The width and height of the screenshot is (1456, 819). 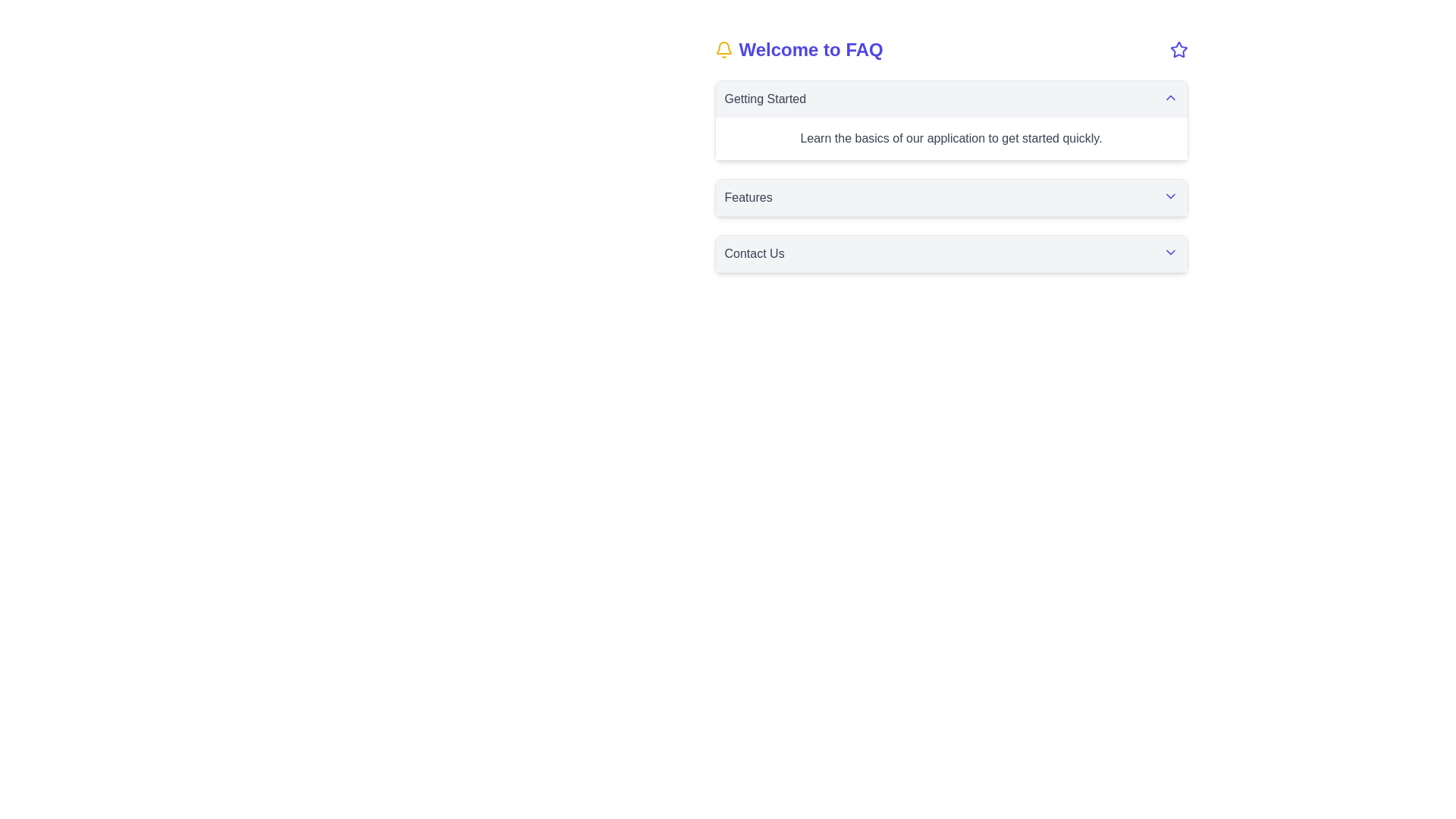 What do you see at coordinates (723, 49) in the screenshot?
I see `the yellow bell icon outlined in bold strokes located to the left of the 'Welcome to FAQ' text` at bounding box center [723, 49].